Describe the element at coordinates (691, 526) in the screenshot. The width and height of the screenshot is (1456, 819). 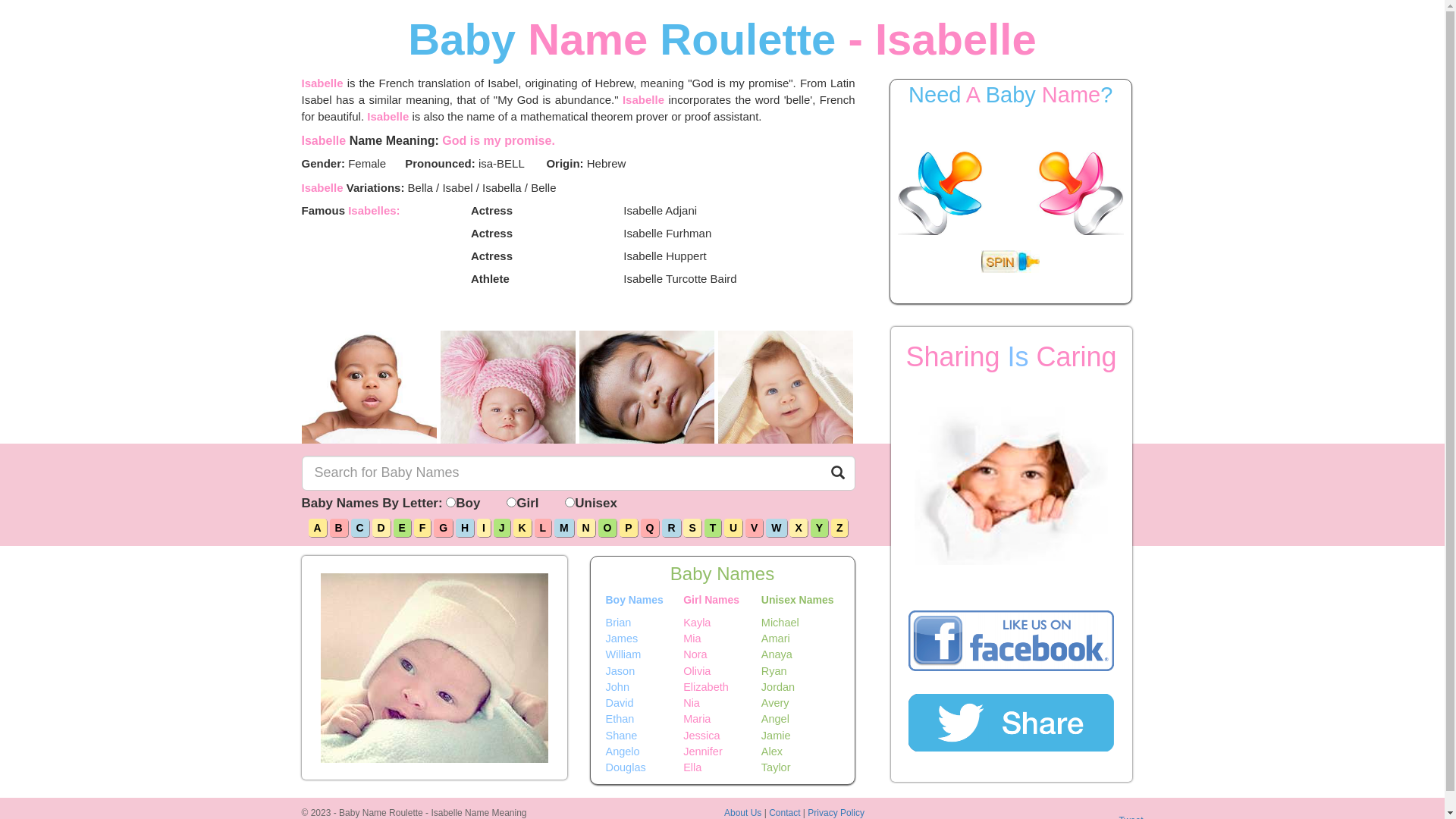
I see `'S'` at that location.